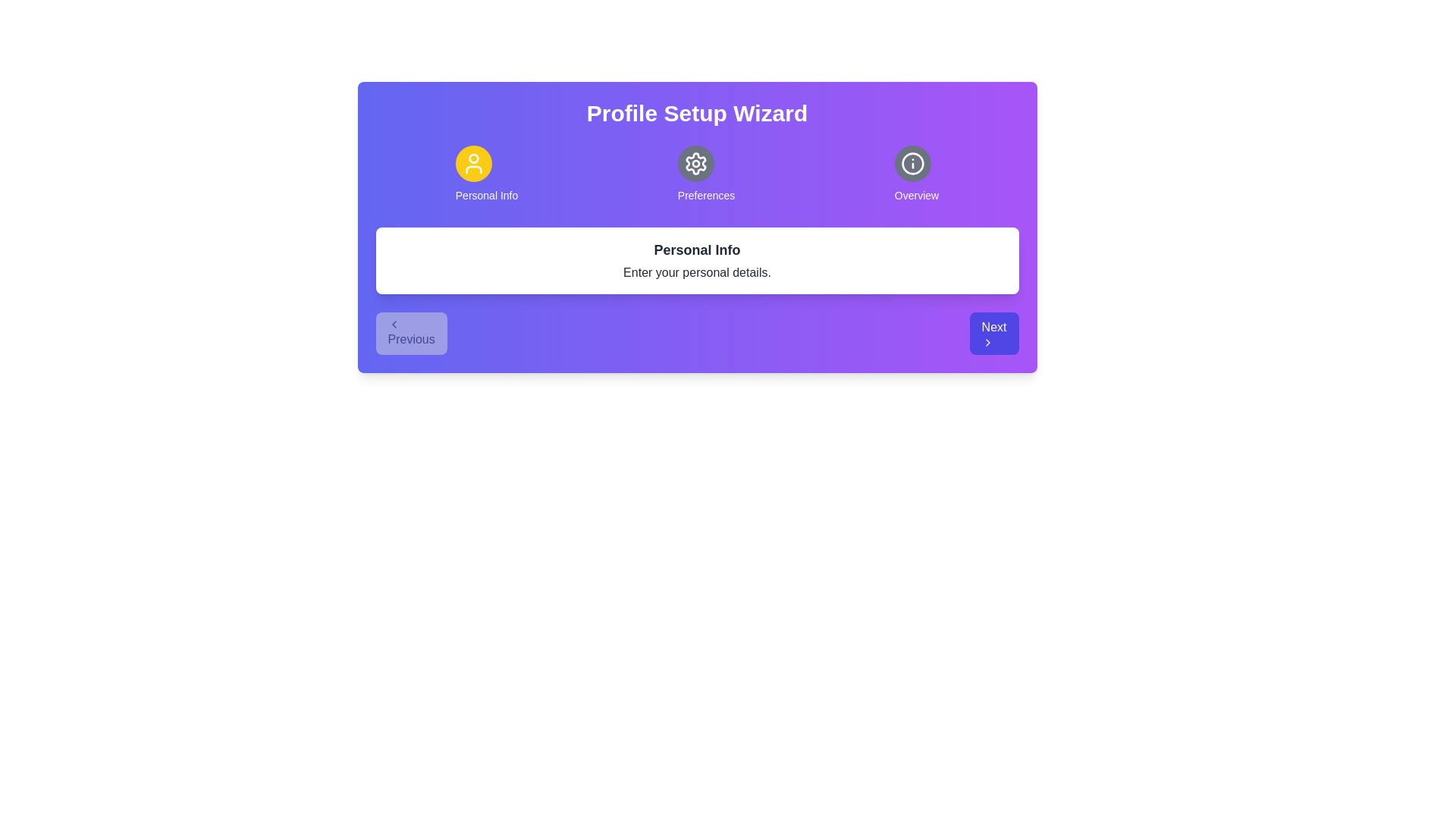 The width and height of the screenshot is (1456, 819). I want to click on the Previous button to navigate through the wizard, so click(411, 332).